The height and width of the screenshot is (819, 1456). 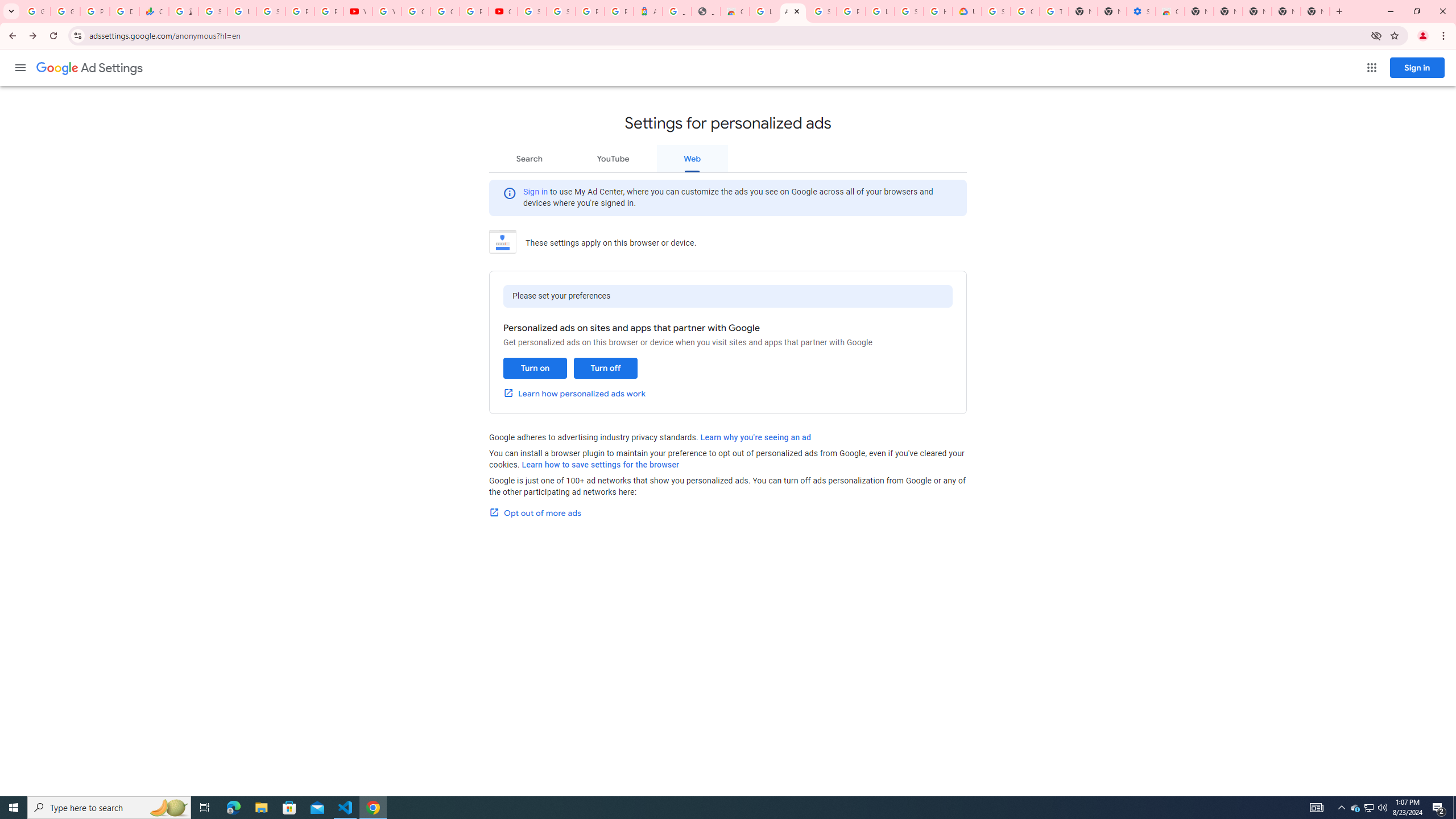 What do you see at coordinates (1371, 67) in the screenshot?
I see `'Google apps'` at bounding box center [1371, 67].